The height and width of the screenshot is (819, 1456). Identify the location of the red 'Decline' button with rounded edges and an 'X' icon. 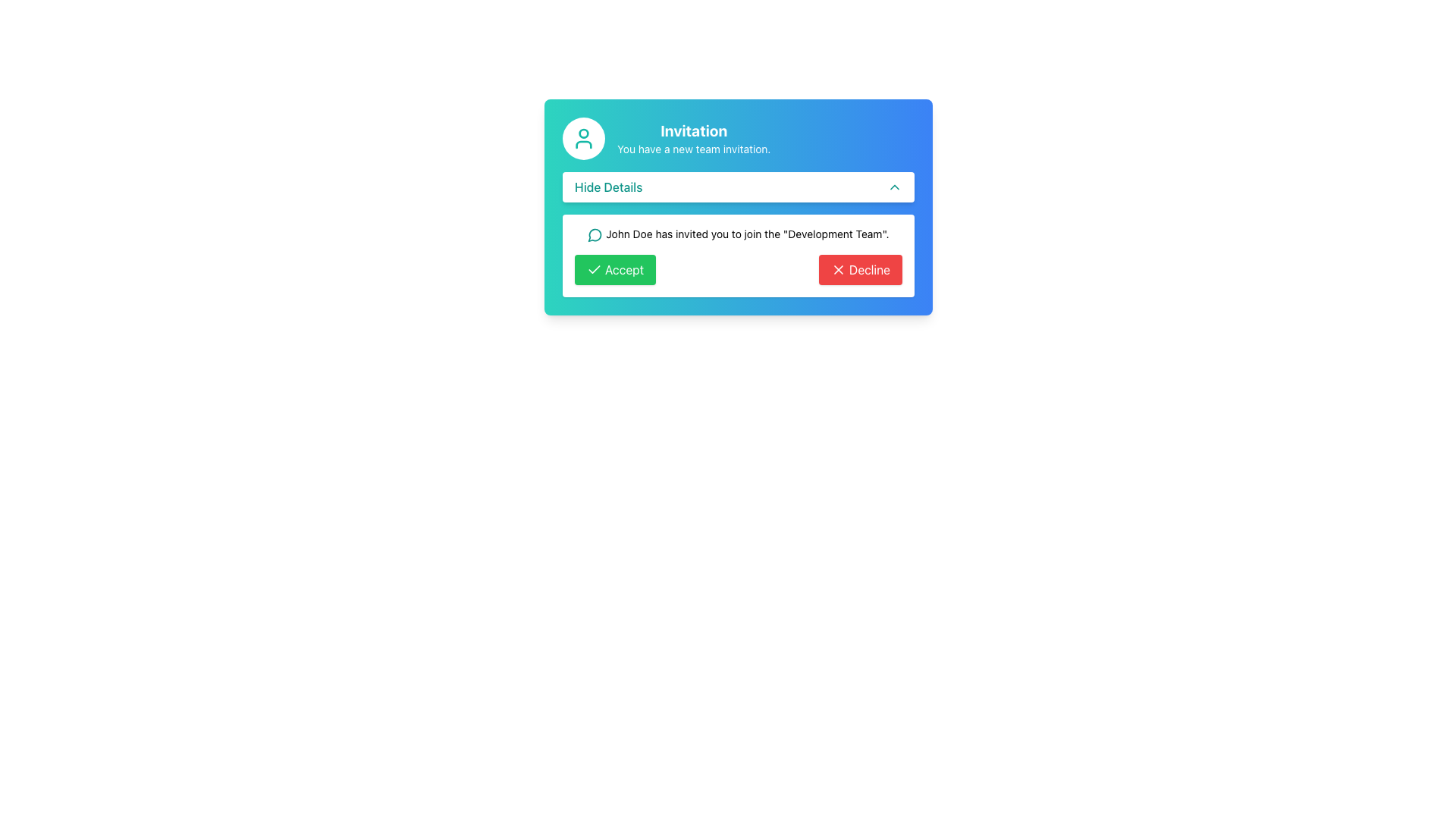
(860, 269).